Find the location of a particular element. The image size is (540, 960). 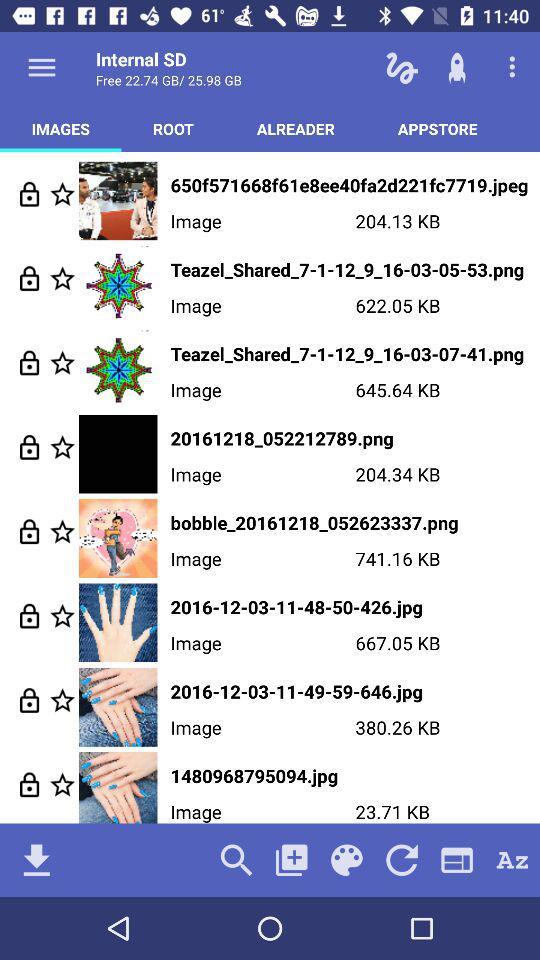

lock image is located at coordinates (28, 277).